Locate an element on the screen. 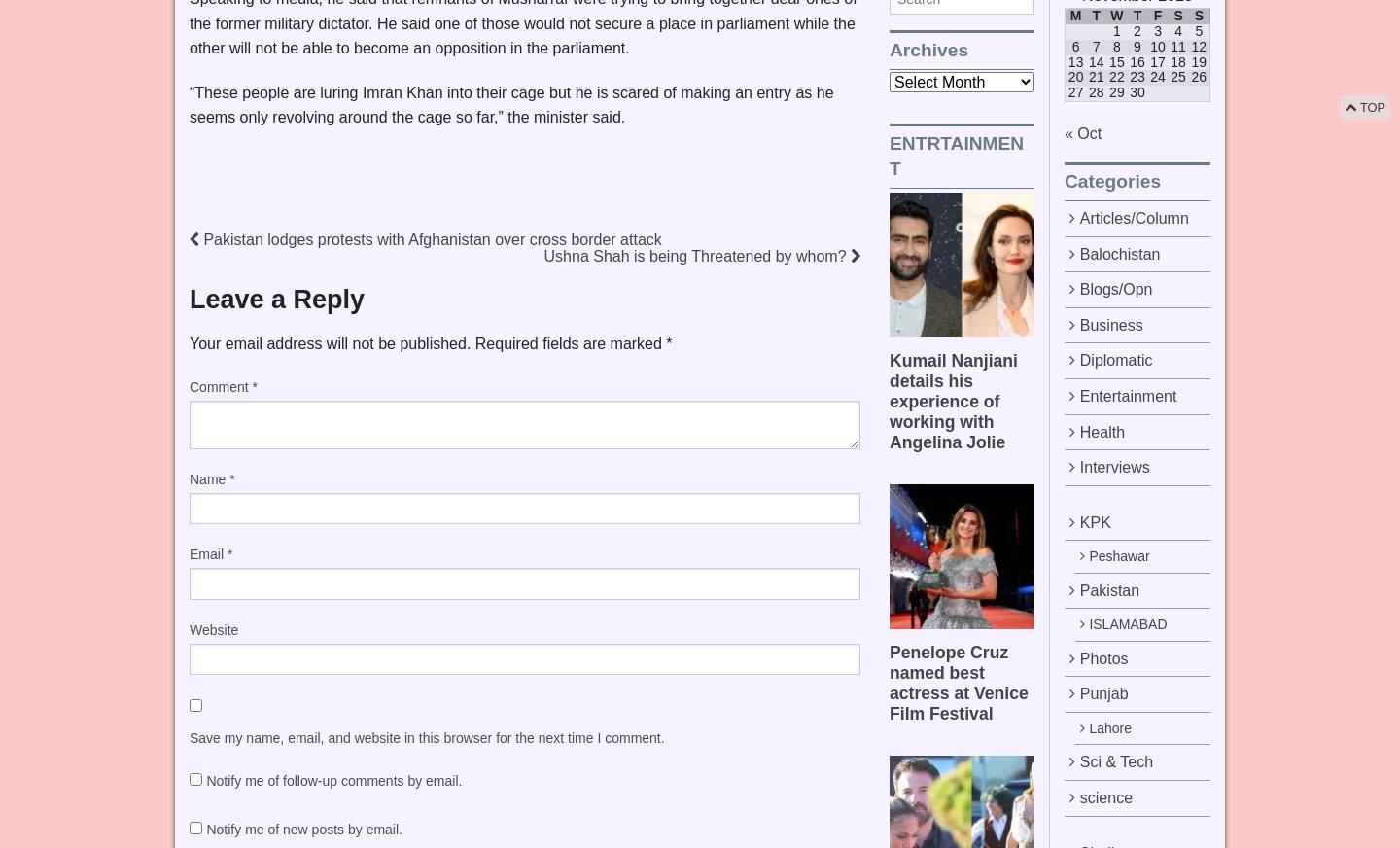 This screenshot has height=848, width=1400. '17' is located at coordinates (1157, 59).